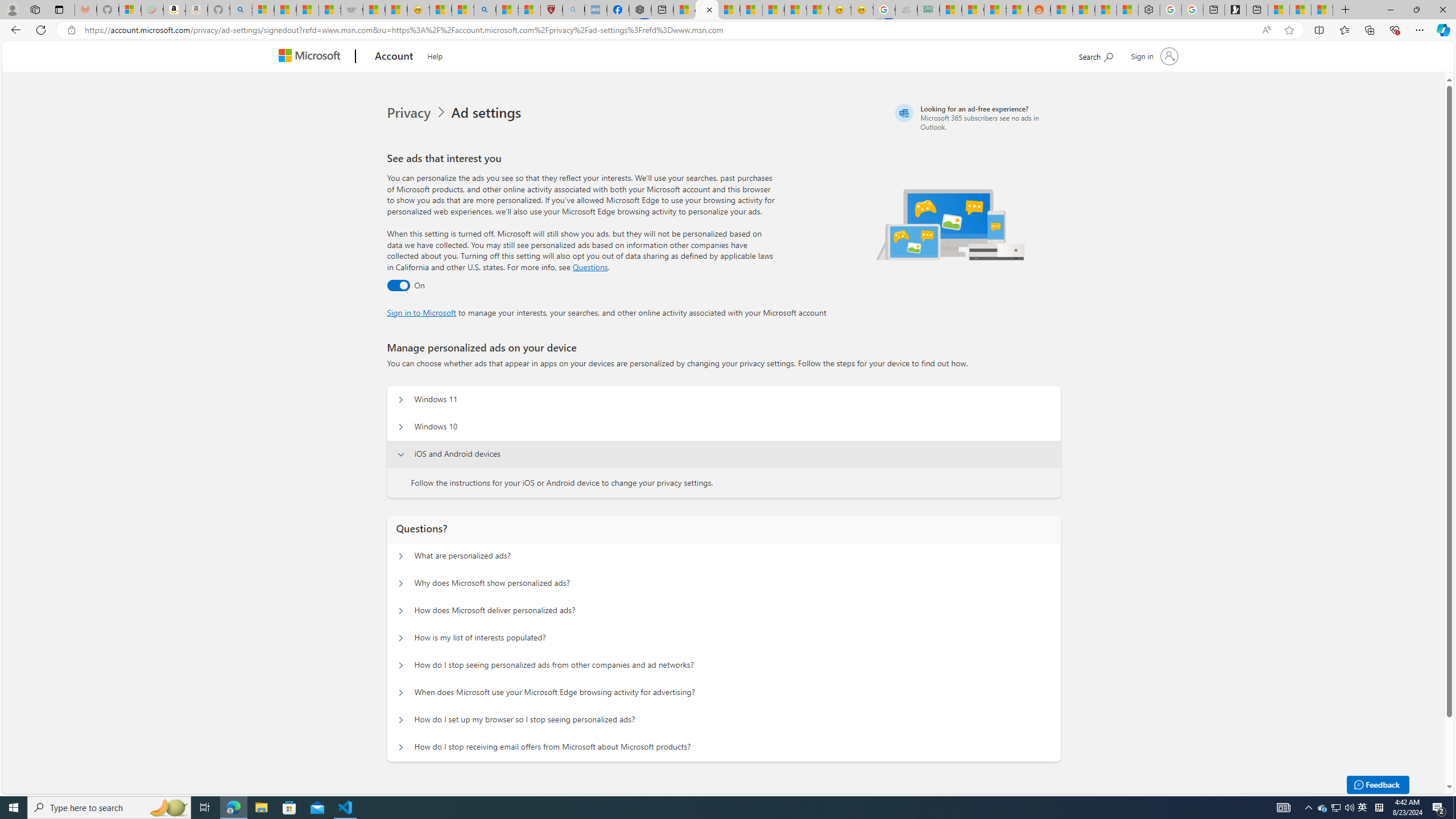  I want to click on 'Combat Siege', so click(352, 9).